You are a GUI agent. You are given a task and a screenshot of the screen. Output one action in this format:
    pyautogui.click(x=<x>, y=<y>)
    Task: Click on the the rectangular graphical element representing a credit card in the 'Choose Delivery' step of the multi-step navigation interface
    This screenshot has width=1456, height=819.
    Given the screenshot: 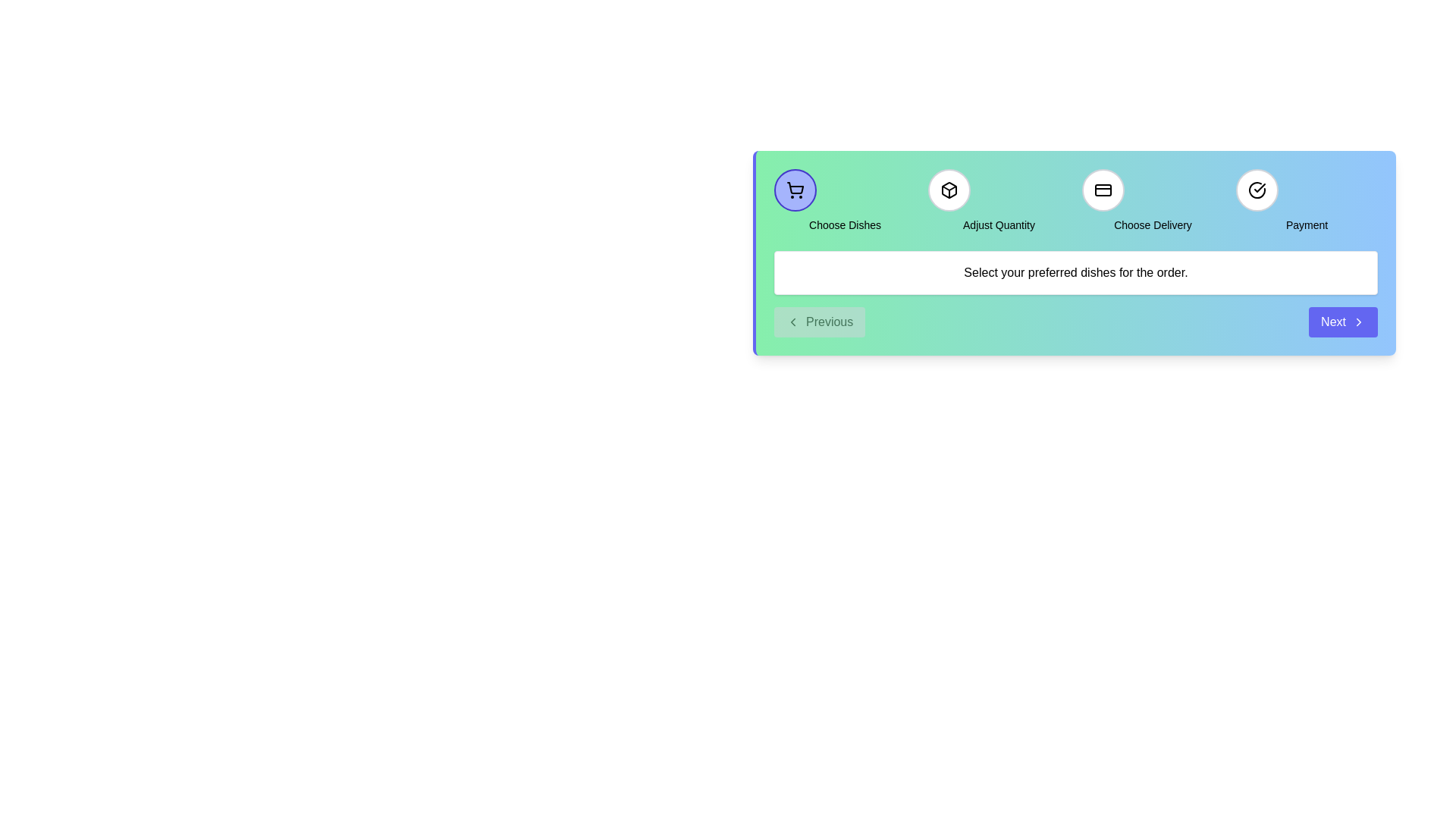 What is the action you would take?
    pyautogui.click(x=1103, y=189)
    